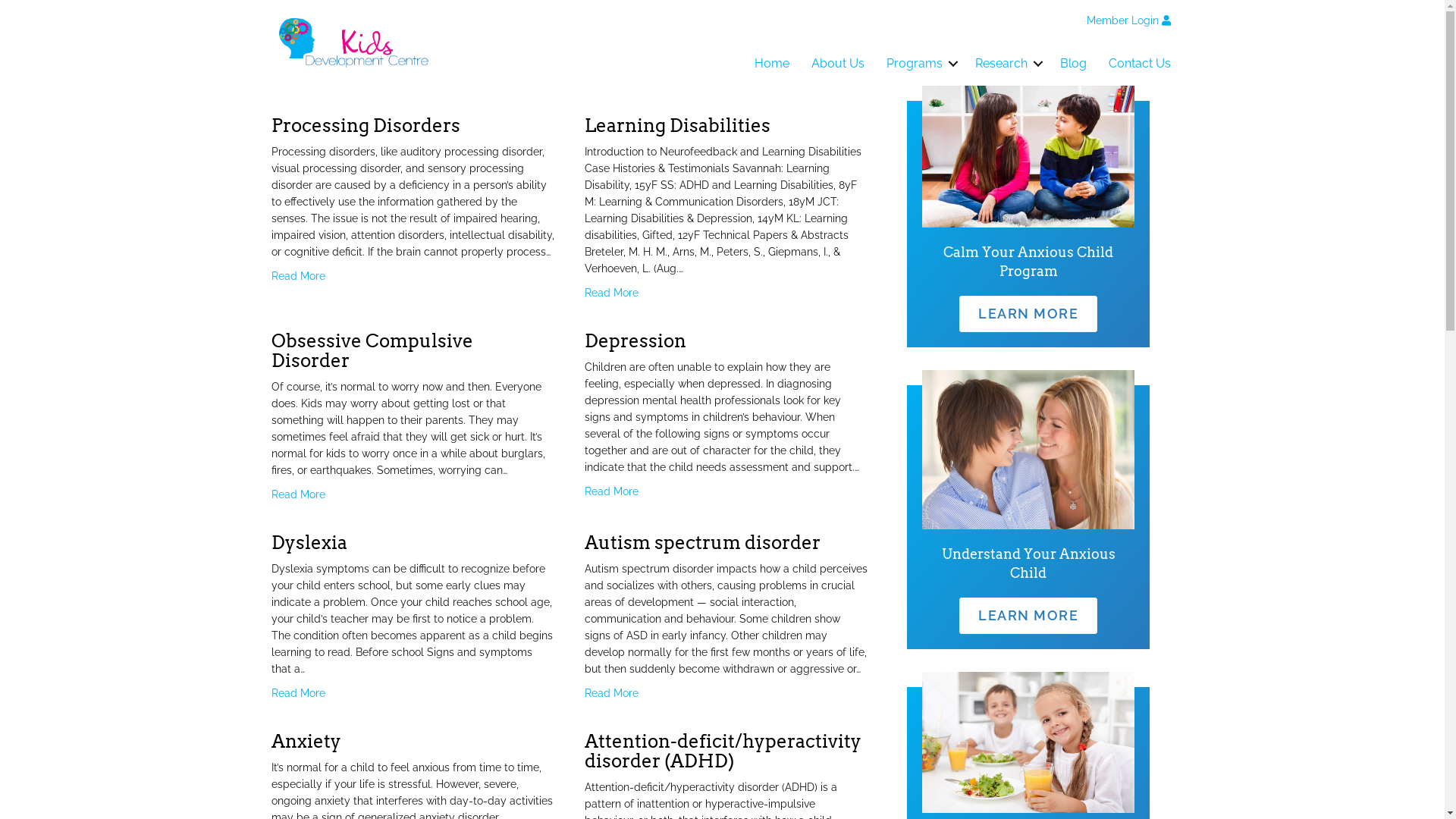 The width and height of the screenshot is (1456, 819). What do you see at coordinates (298, 275) in the screenshot?
I see `'Read More'` at bounding box center [298, 275].